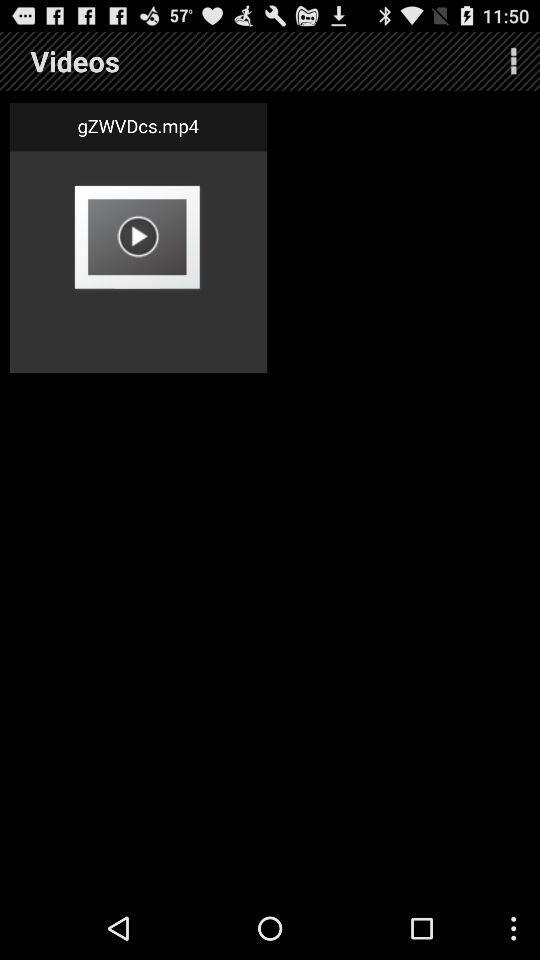 This screenshot has width=540, height=960. I want to click on gzwvdcs.mp4 icon, so click(137, 125).